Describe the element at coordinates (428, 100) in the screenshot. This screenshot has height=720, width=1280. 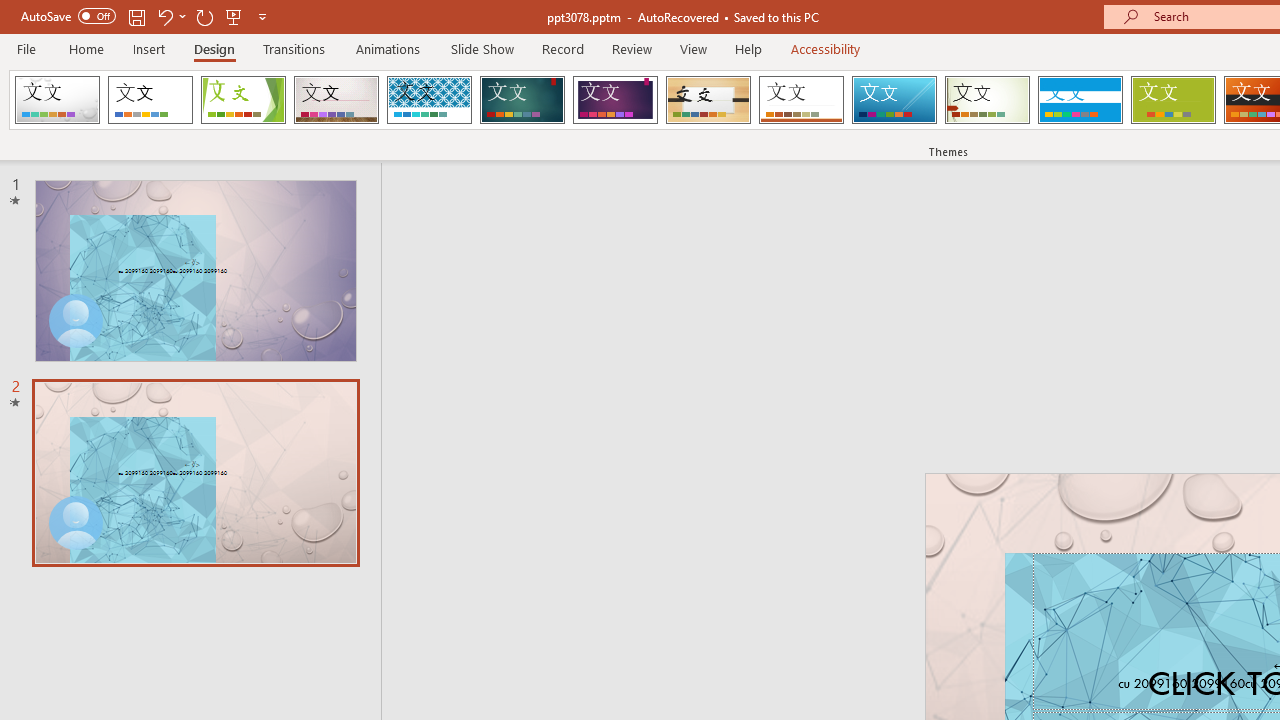
I see `'Integral'` at that location.